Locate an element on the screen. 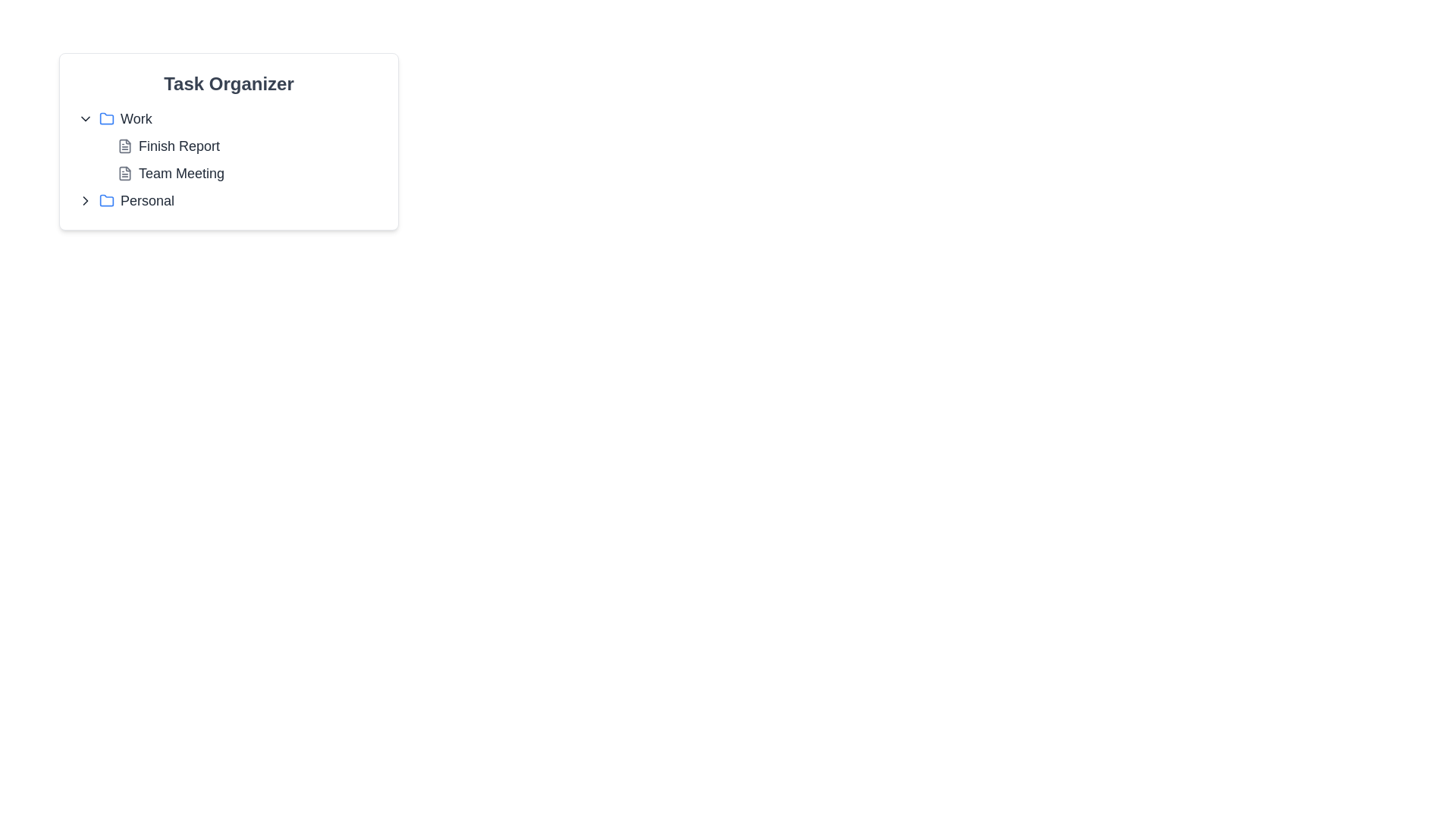  the text document icon located to the left of 'Finish Report' in the 'Task Organizer' widget is located at coordinates (124, 146).